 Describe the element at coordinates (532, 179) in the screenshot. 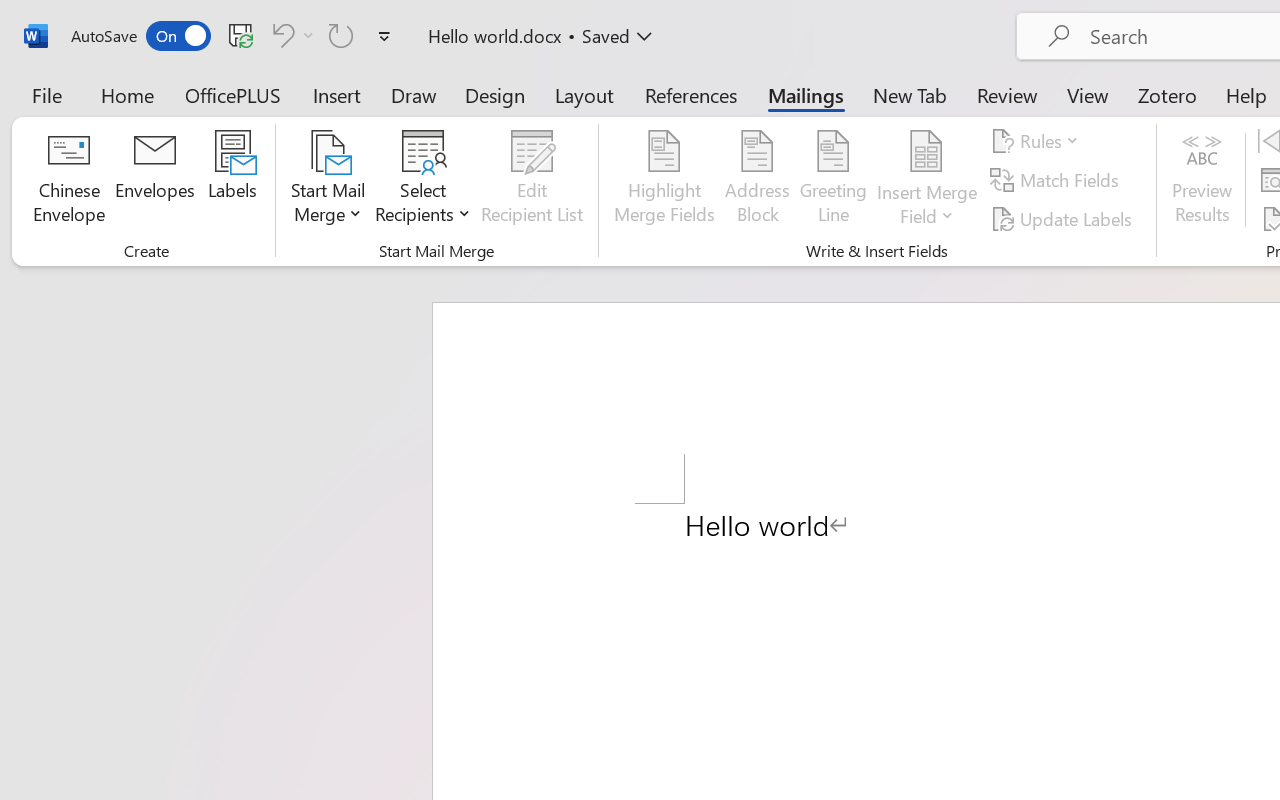

I see `'Edit Recipient List...'` at that location.